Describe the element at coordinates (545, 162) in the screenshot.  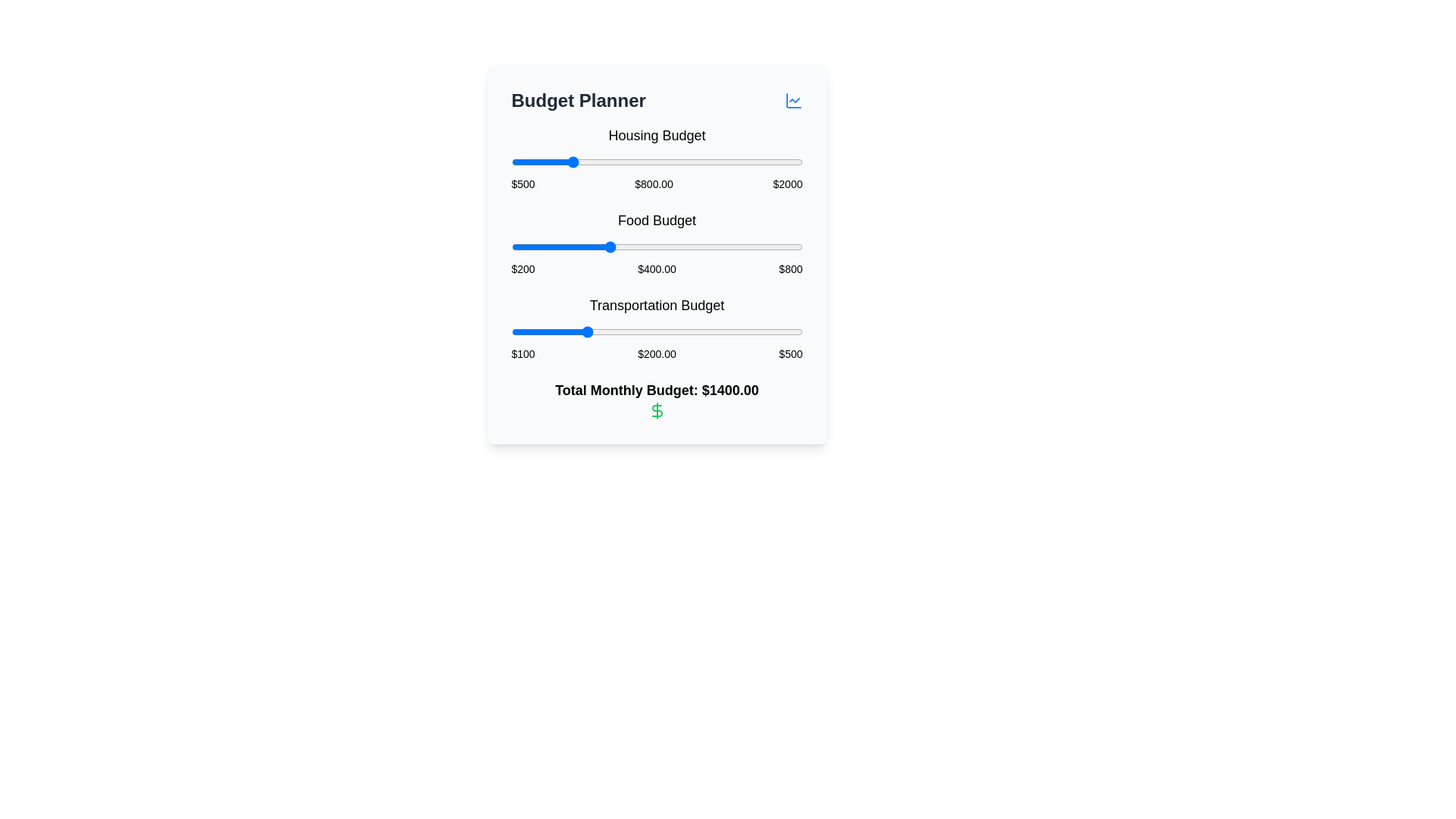
I see `the housing budget slider` at that location.